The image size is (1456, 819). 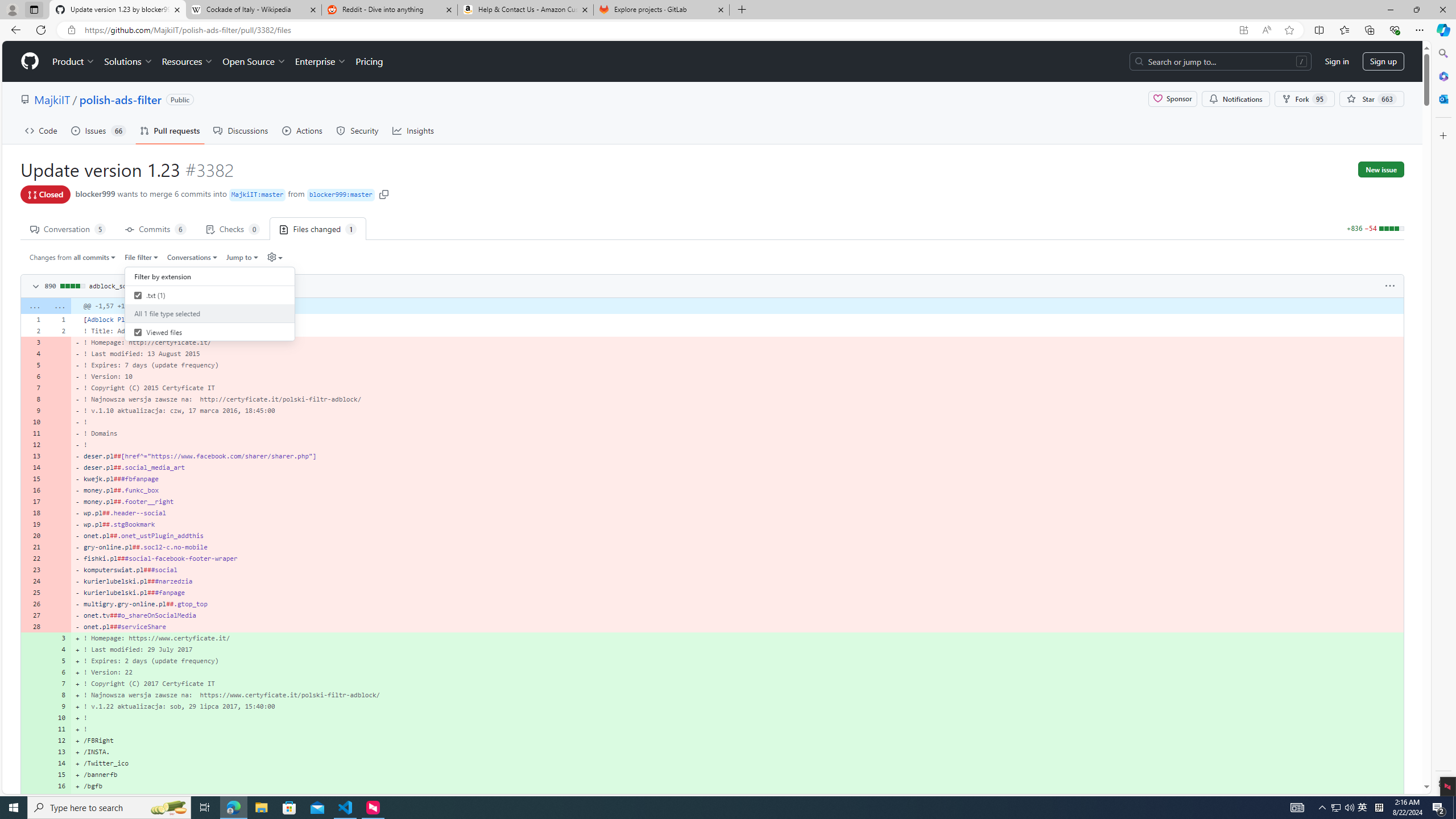 What do you see at coordinates (209, 331) in the screenshot?
I see `'Viewed files'` at bounding box center [209, 331].